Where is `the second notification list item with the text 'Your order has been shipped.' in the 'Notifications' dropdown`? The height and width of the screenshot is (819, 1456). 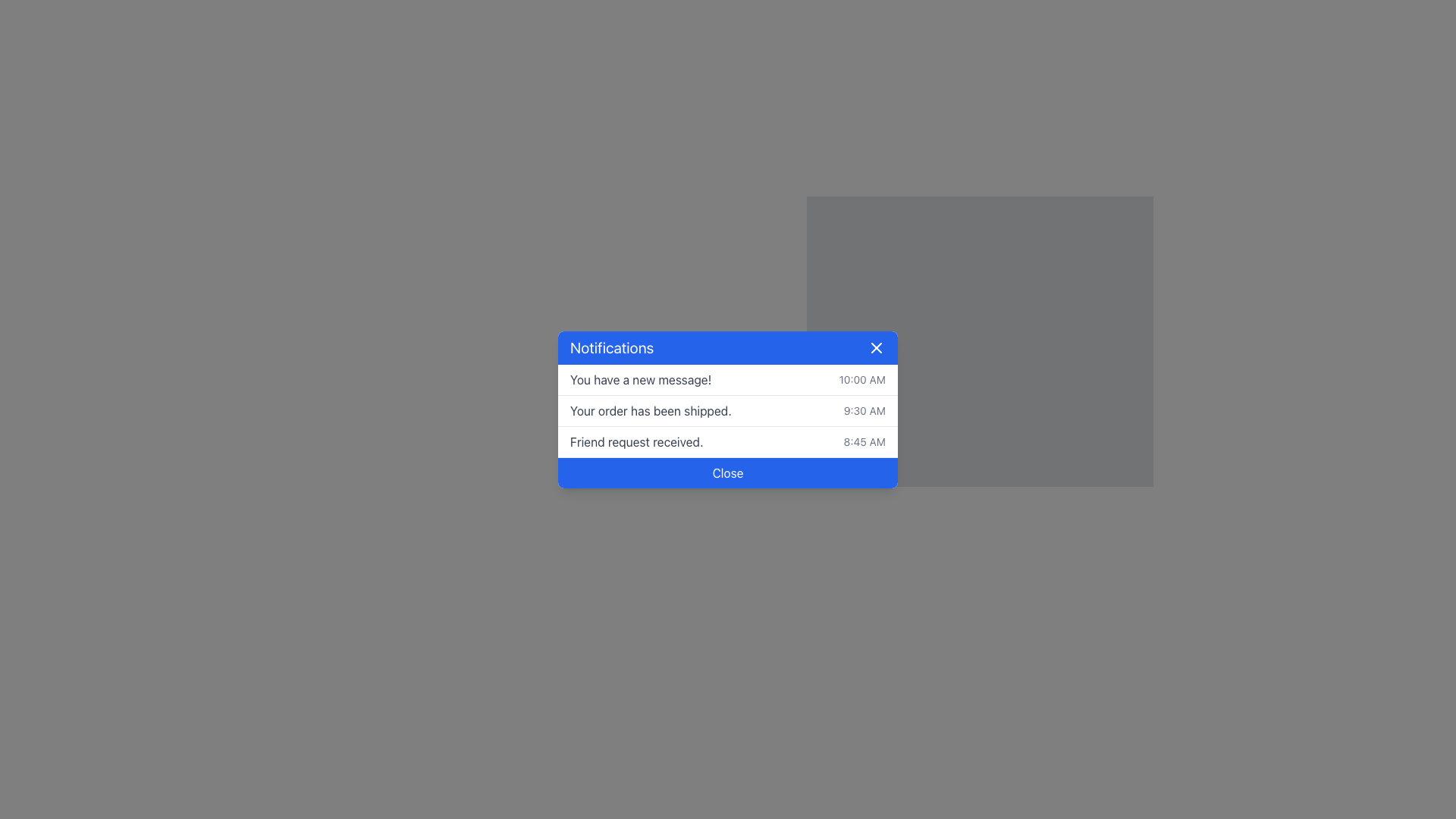 the second notification list item with the text 'Your order has been shipped.' in the 'Notifications' dropdown is located at coordinates (728, 411).